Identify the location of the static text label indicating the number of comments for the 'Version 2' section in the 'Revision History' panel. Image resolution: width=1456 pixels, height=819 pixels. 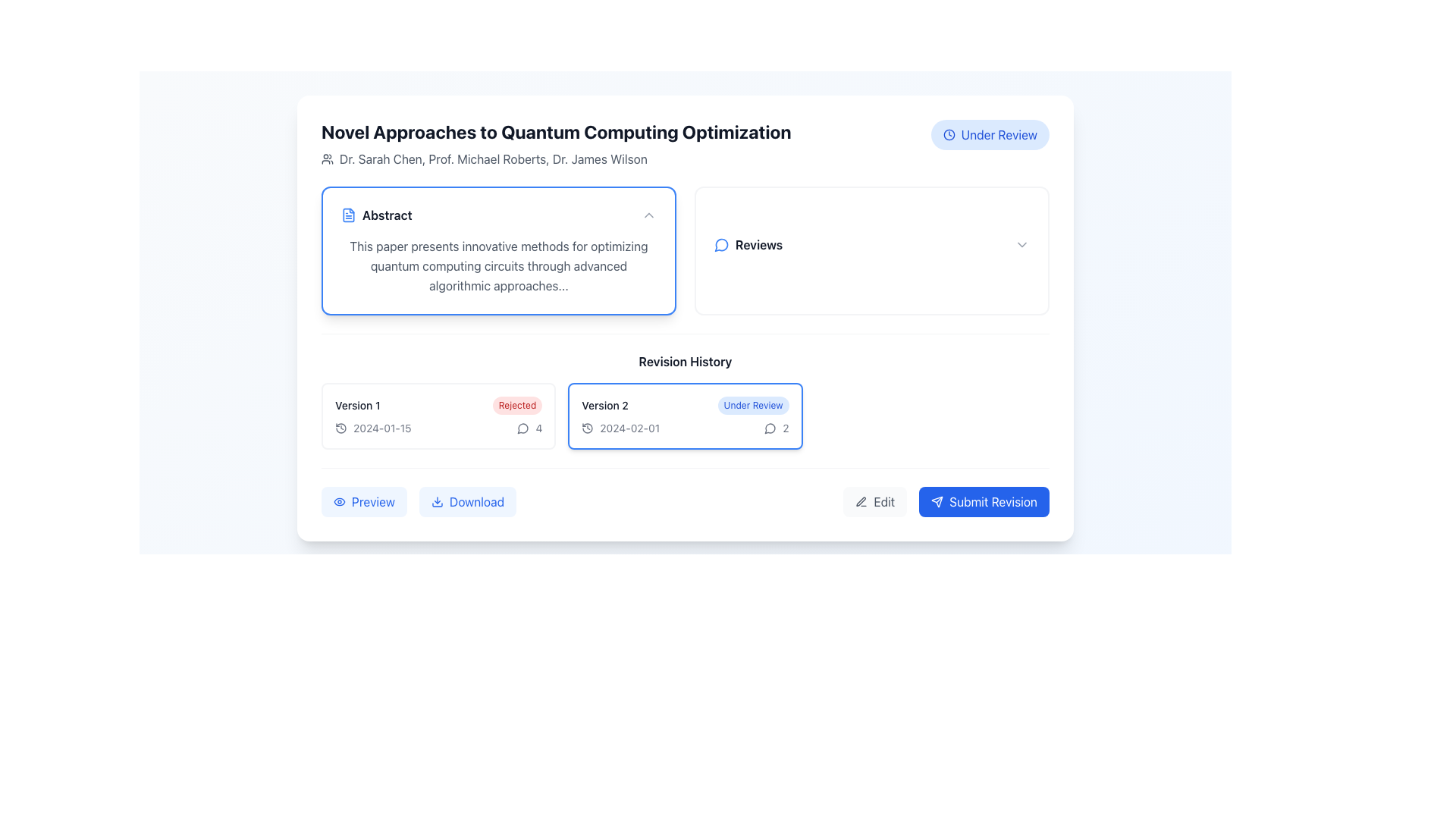
(786, 428).